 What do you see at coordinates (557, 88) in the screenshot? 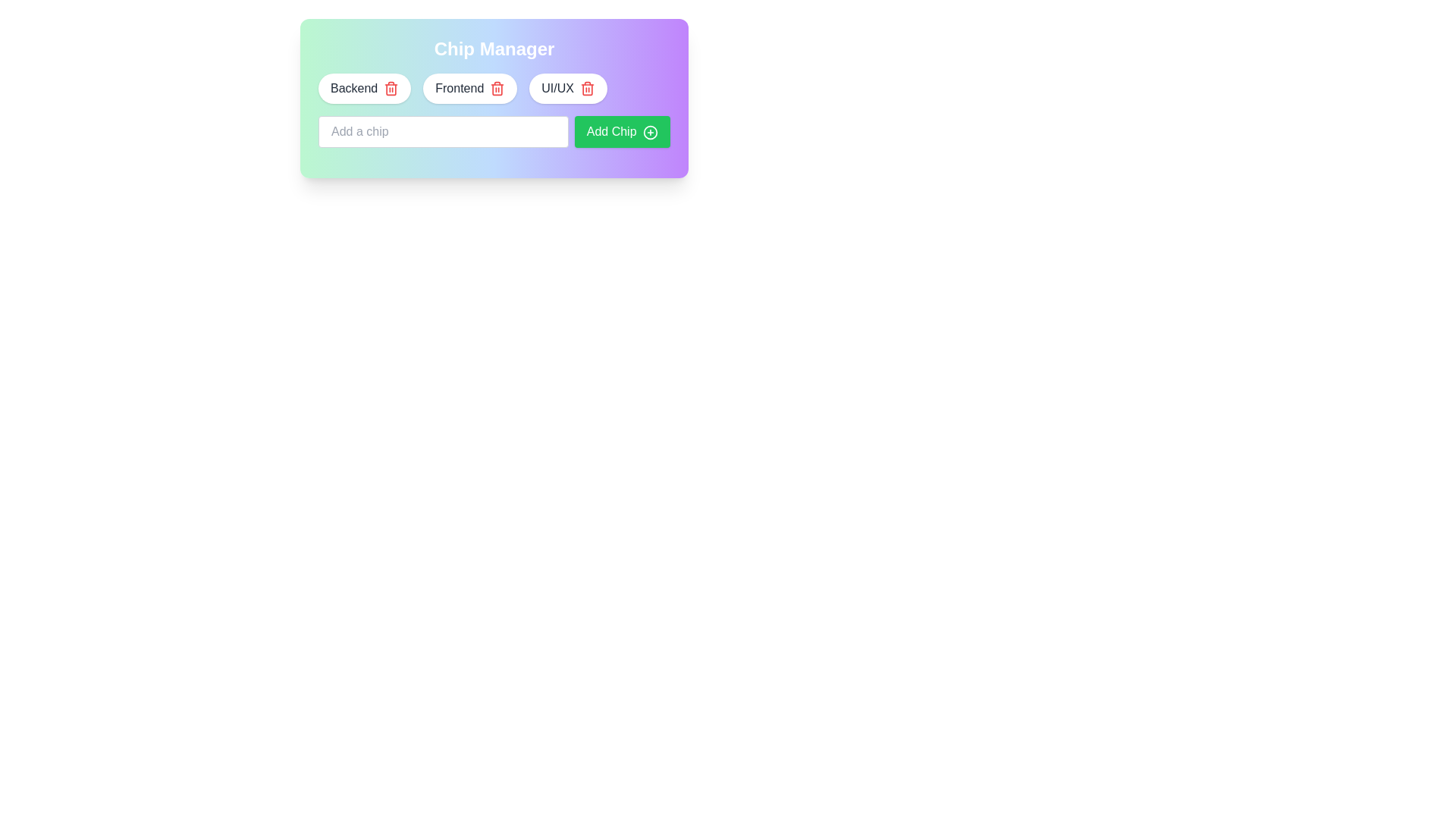
I see `the text label 'UI/UX' within the third chip from the left in the 'Chip Manager' interface` at bounding box center [557, 88].